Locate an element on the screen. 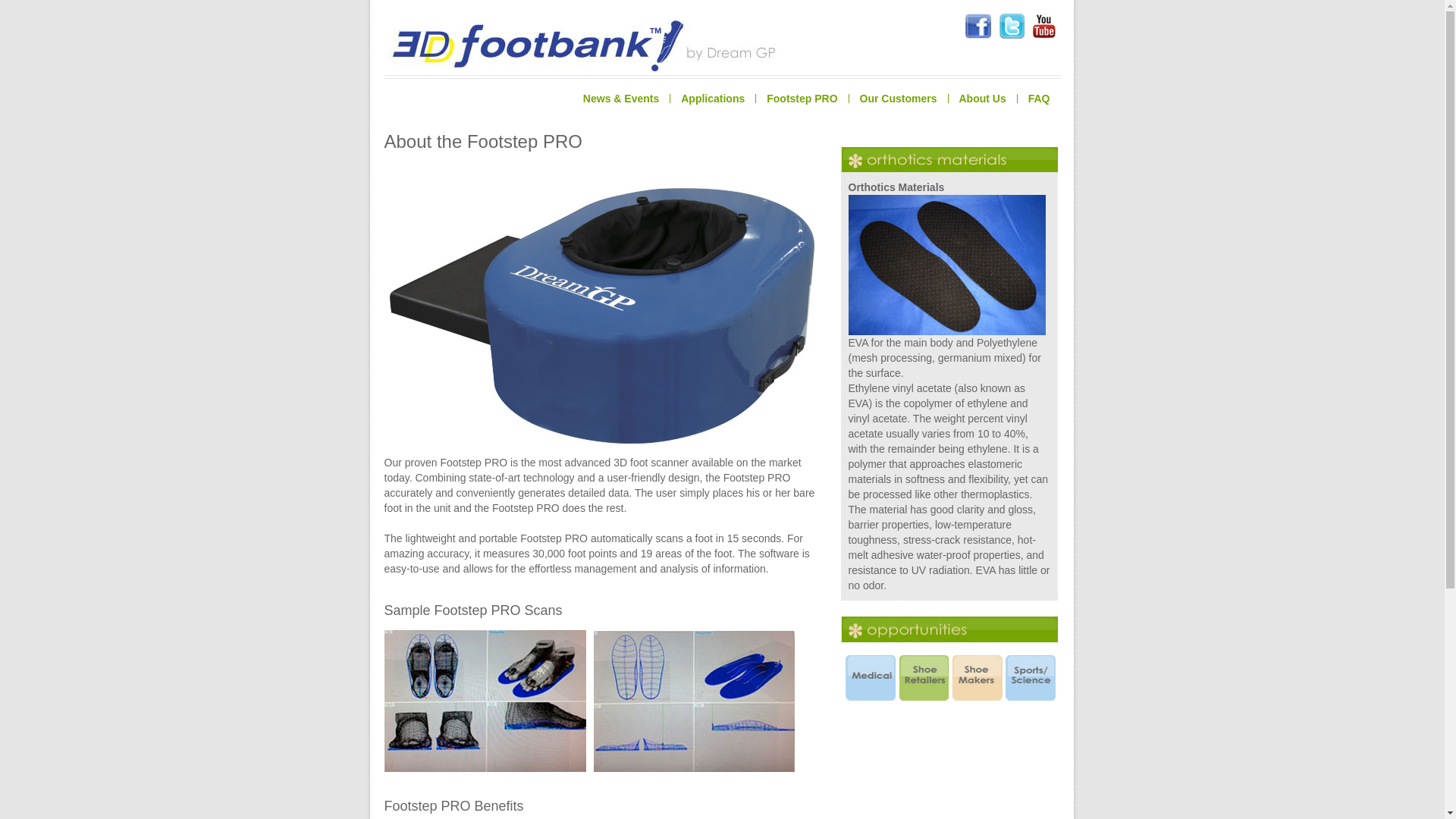 The image size is (1456, 819). 'Footstep PRO' is located at coordinates (800, 99).